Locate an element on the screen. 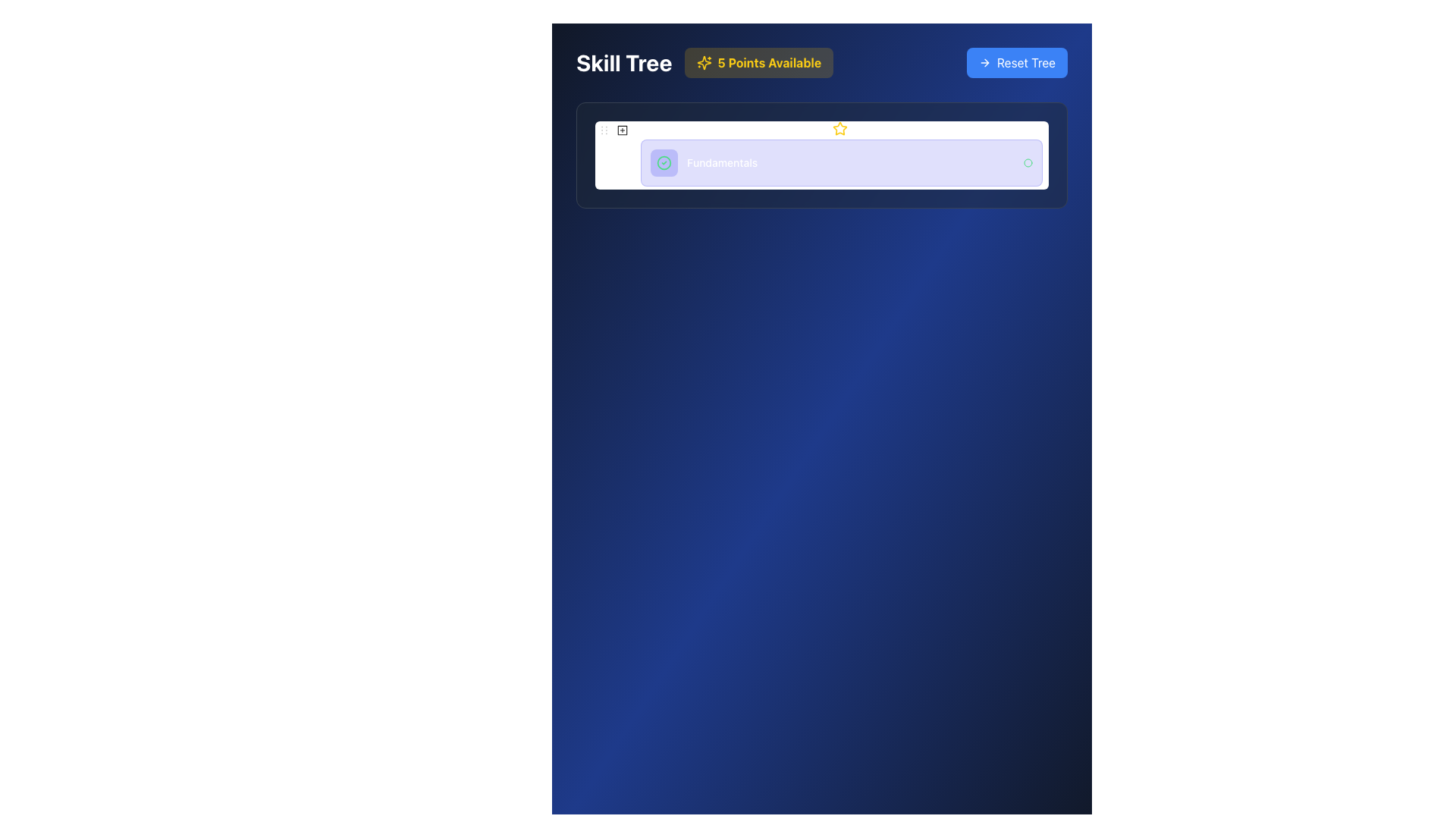 The width and height of the screenshot is (1456, 819). the circular shape with a green border and transparent center, located within the illustrative icon to the left of the 'Fundamentals' text in the light purple section is located at coordinates (664, 163).